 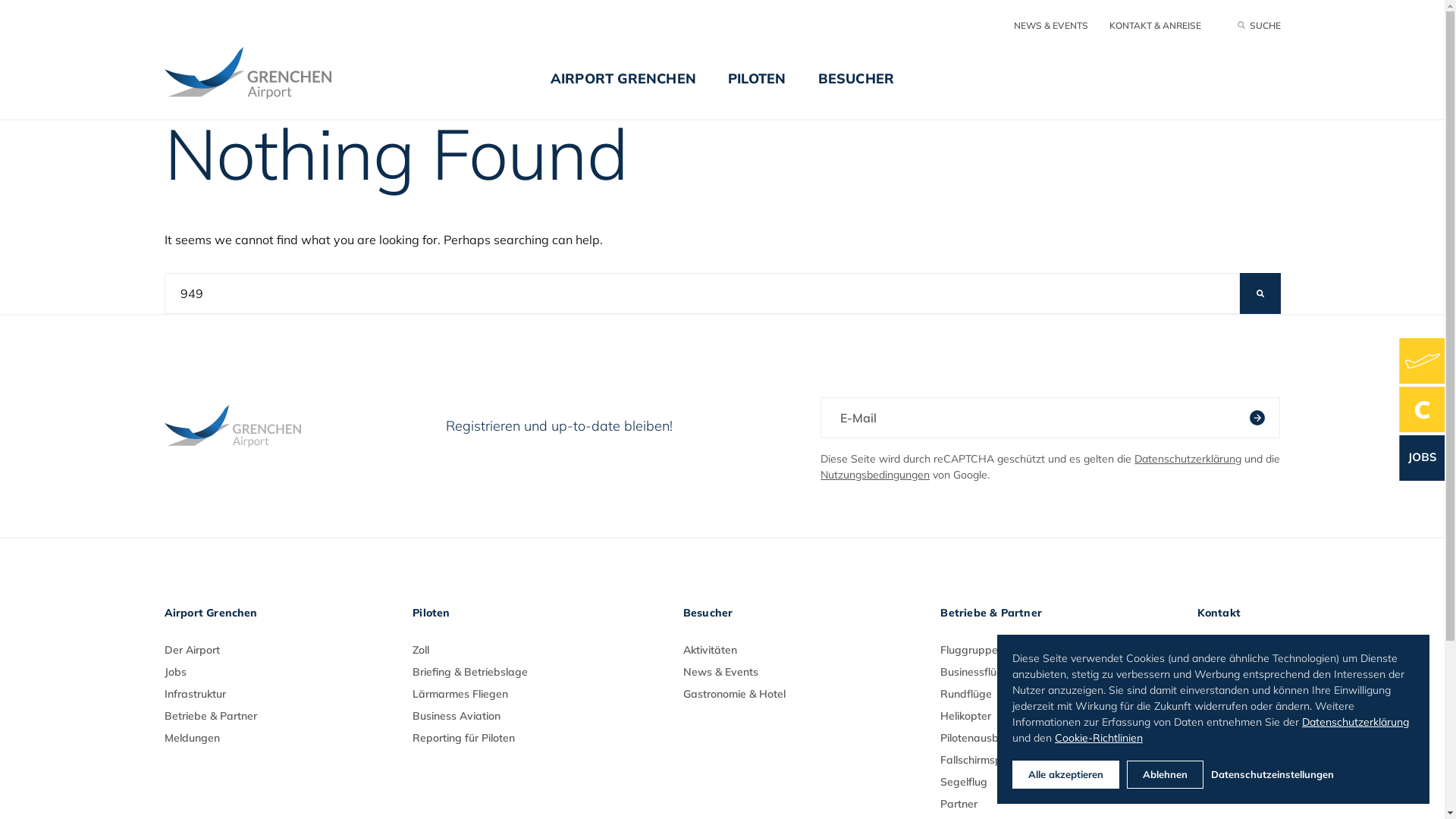 What do you see at coordinates (985, 760) in the screenshot?
I see `'Fallschirmspringer'` at bounding box center [985, 760].